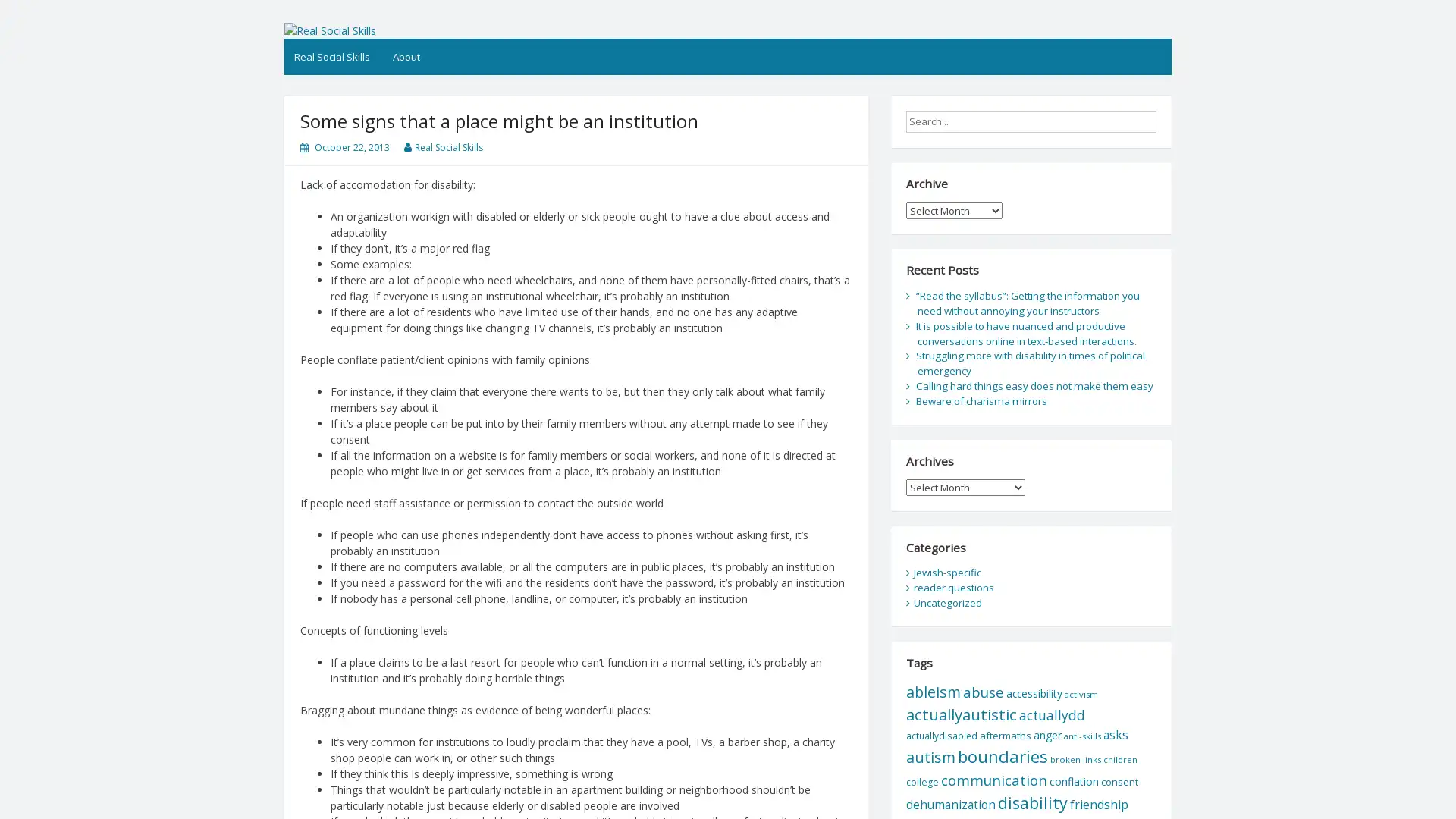 Image resolution: width=1456 pixels, height=819 pixels. Describe the element at coordinates (1168, 116) in the screenshot. I see `Search` at that location.